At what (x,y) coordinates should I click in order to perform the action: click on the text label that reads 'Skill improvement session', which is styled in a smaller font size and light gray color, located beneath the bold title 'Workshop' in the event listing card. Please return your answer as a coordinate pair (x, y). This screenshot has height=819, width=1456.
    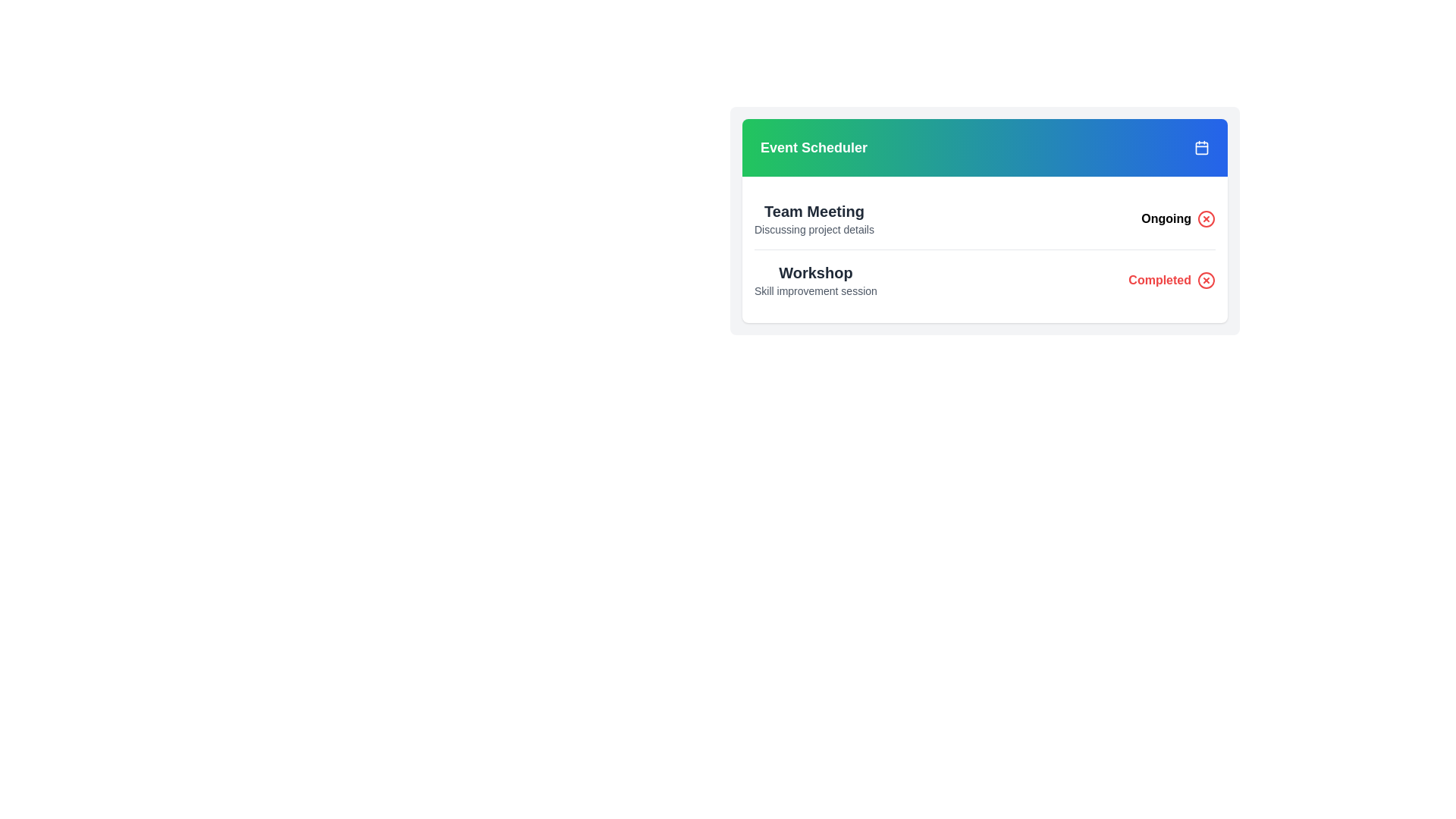
    Looking at the image, I should click on (814, 291).